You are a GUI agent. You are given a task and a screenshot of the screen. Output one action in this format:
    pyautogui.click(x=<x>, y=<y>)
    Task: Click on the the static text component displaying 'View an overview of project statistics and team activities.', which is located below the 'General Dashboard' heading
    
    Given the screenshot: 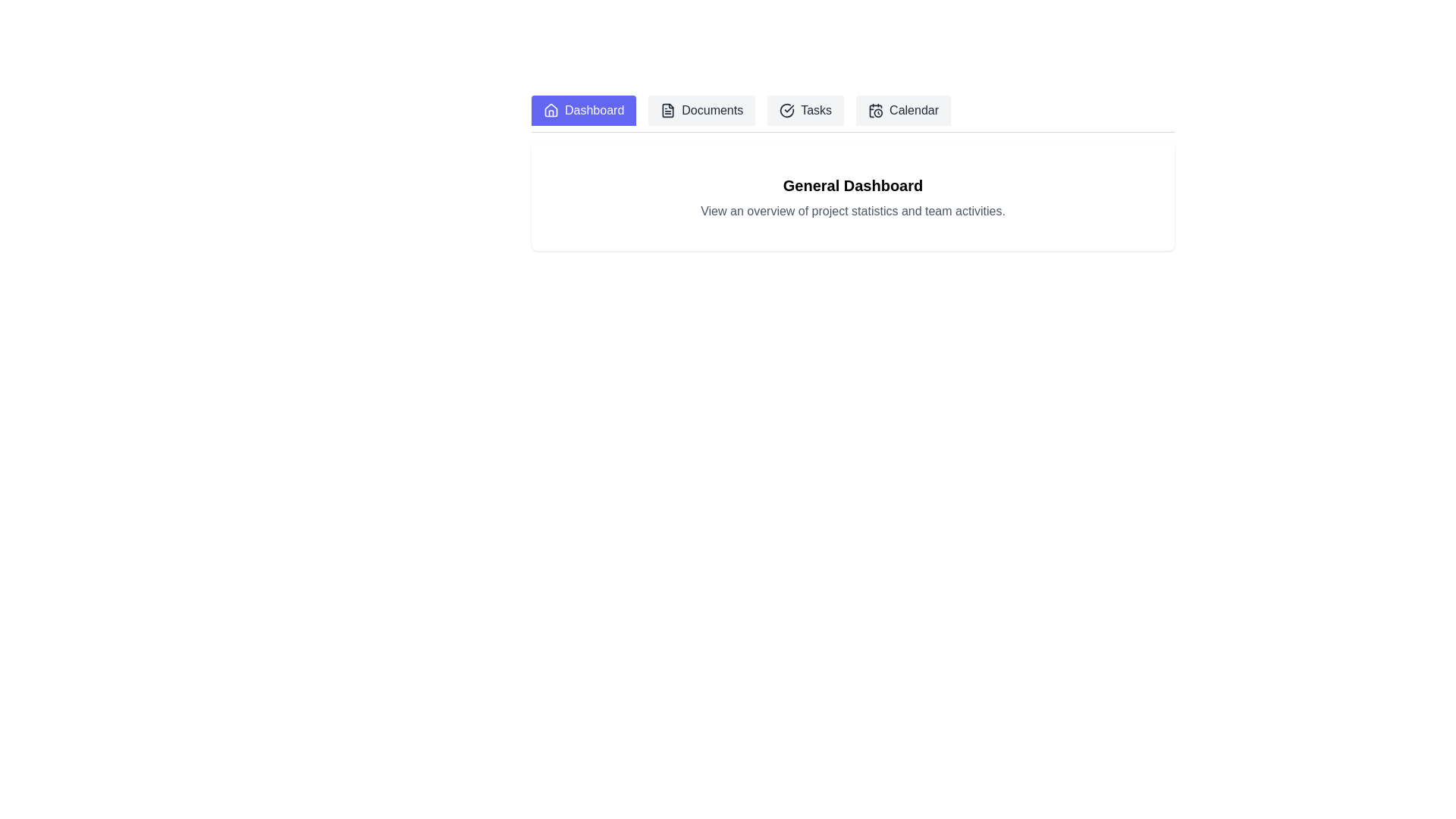 What is the action you would take?
    pyautogui.click(x=852, y=211)
    